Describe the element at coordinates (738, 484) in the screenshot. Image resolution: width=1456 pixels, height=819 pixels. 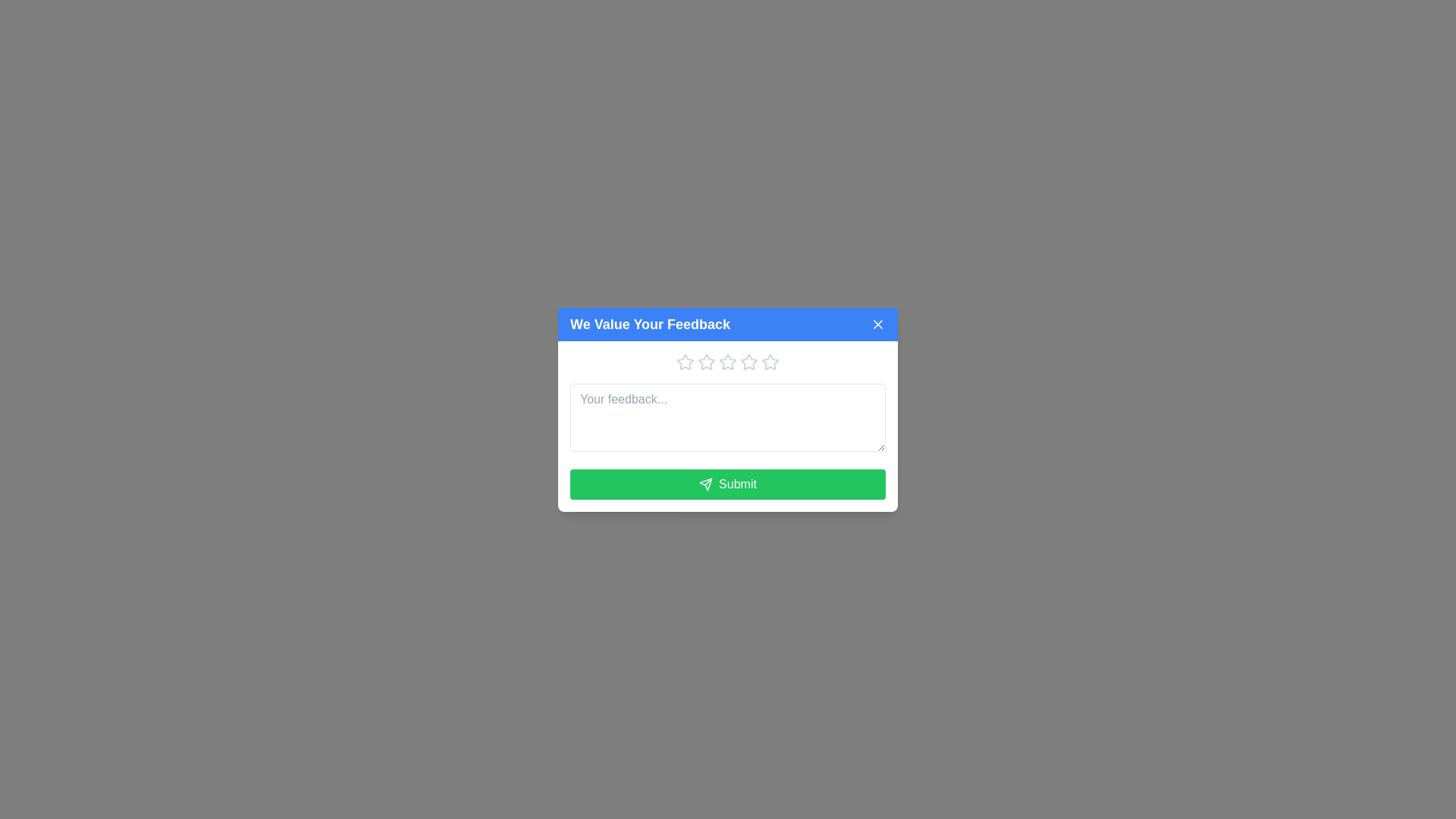
I see `the 'Submit' button, which is a text label centered within a green button at the bottom of the feedback modal, next to a paper plane icon` at that location.